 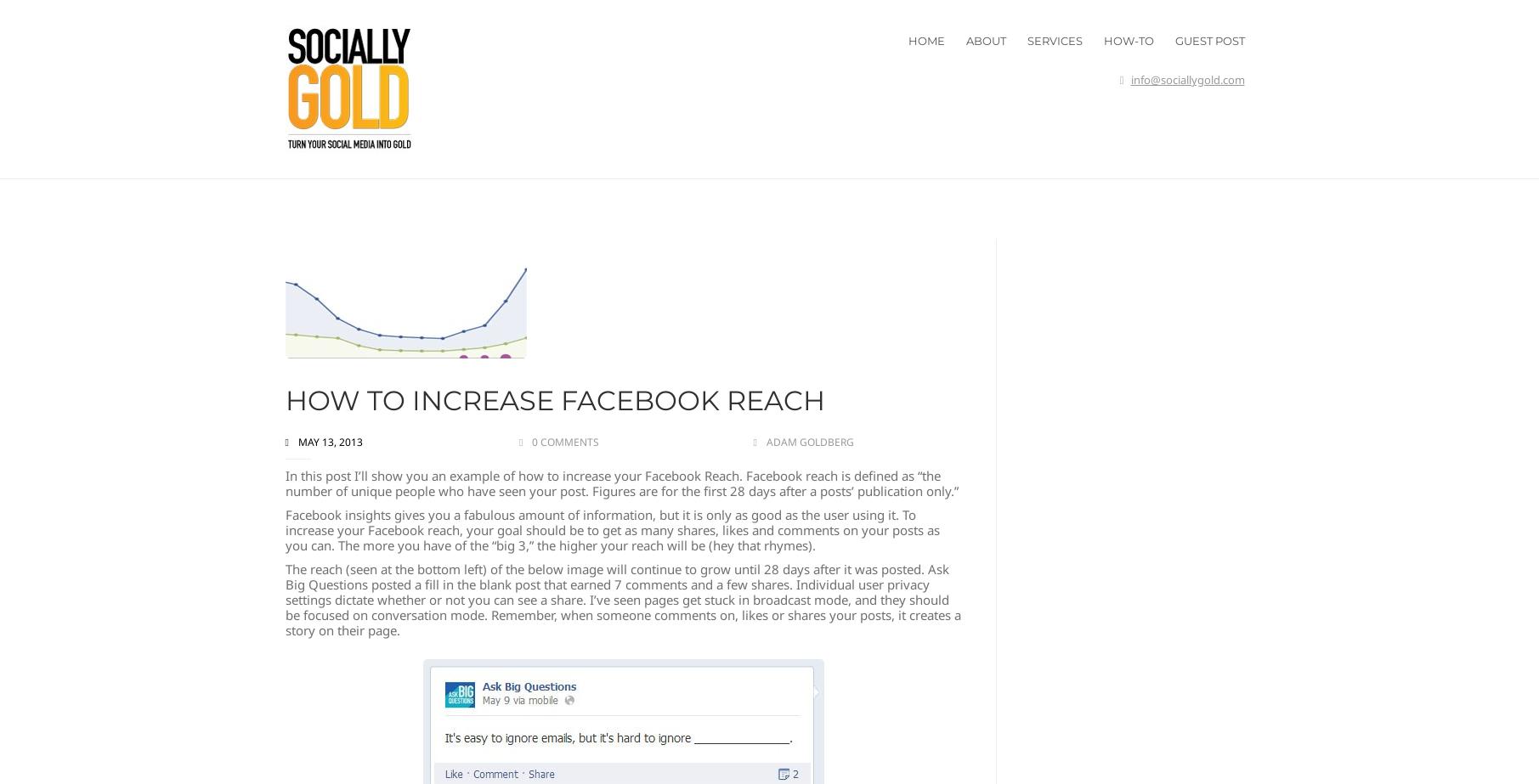 What do you see at coordinates (925, 40) in the screenshot?
I see `'HOME'` at bounding box center [925, 40].